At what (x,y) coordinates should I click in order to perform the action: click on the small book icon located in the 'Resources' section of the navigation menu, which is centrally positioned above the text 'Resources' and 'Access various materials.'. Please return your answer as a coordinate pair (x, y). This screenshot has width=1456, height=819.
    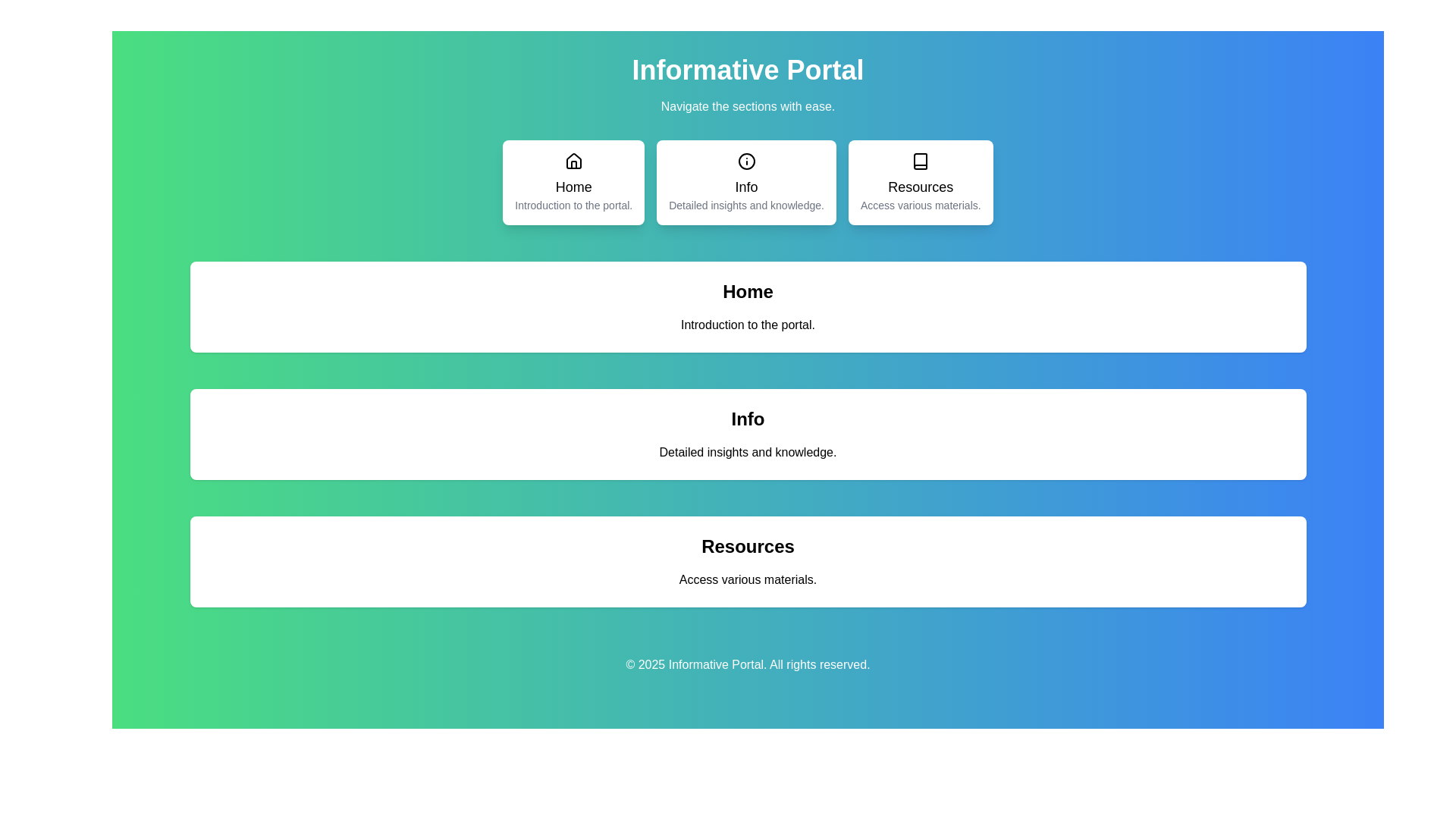
    Looking at the image, I should click on (920, 161).